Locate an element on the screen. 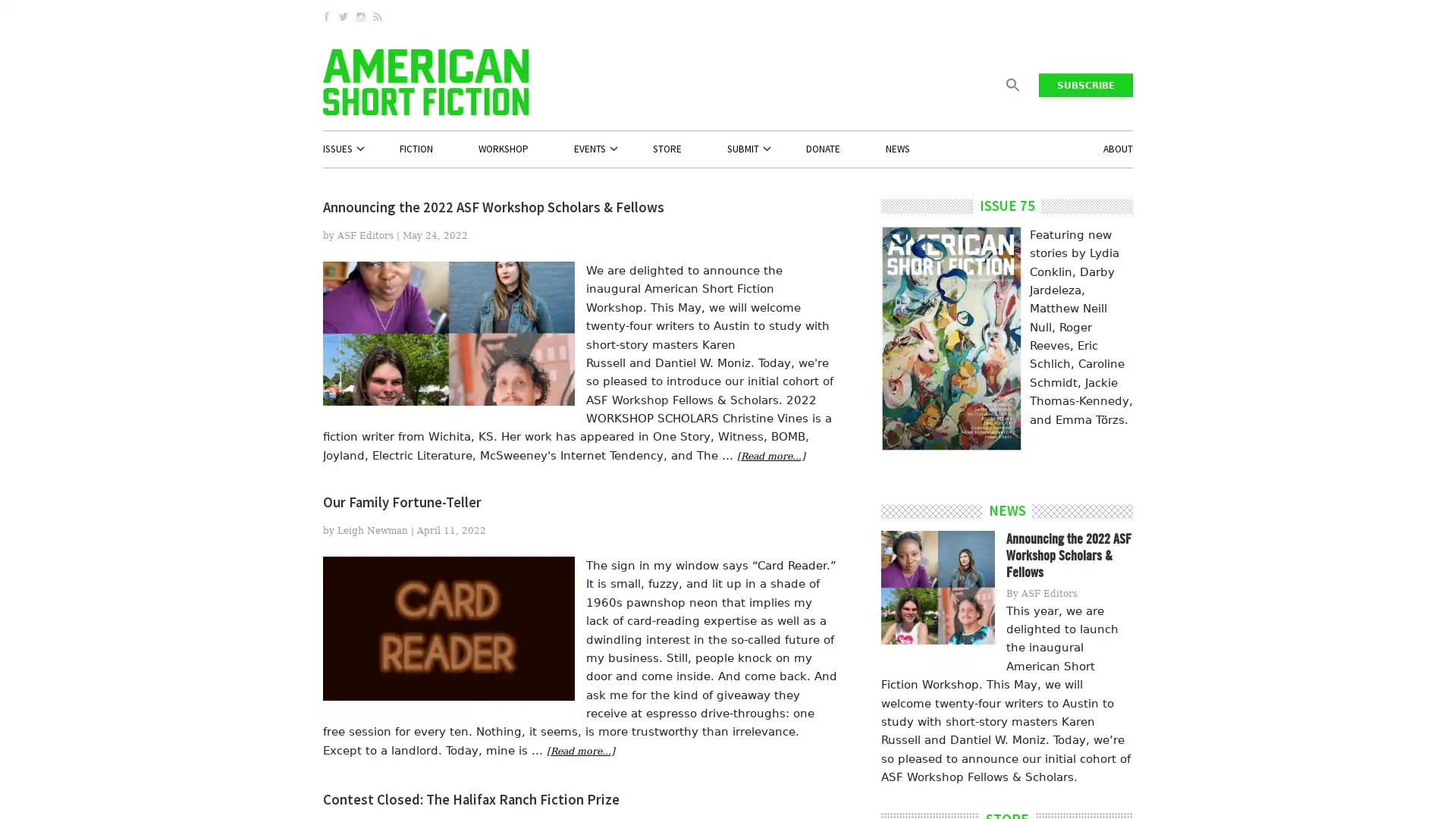  AVAILABLE NOW! is located at coordinates (949, 381).